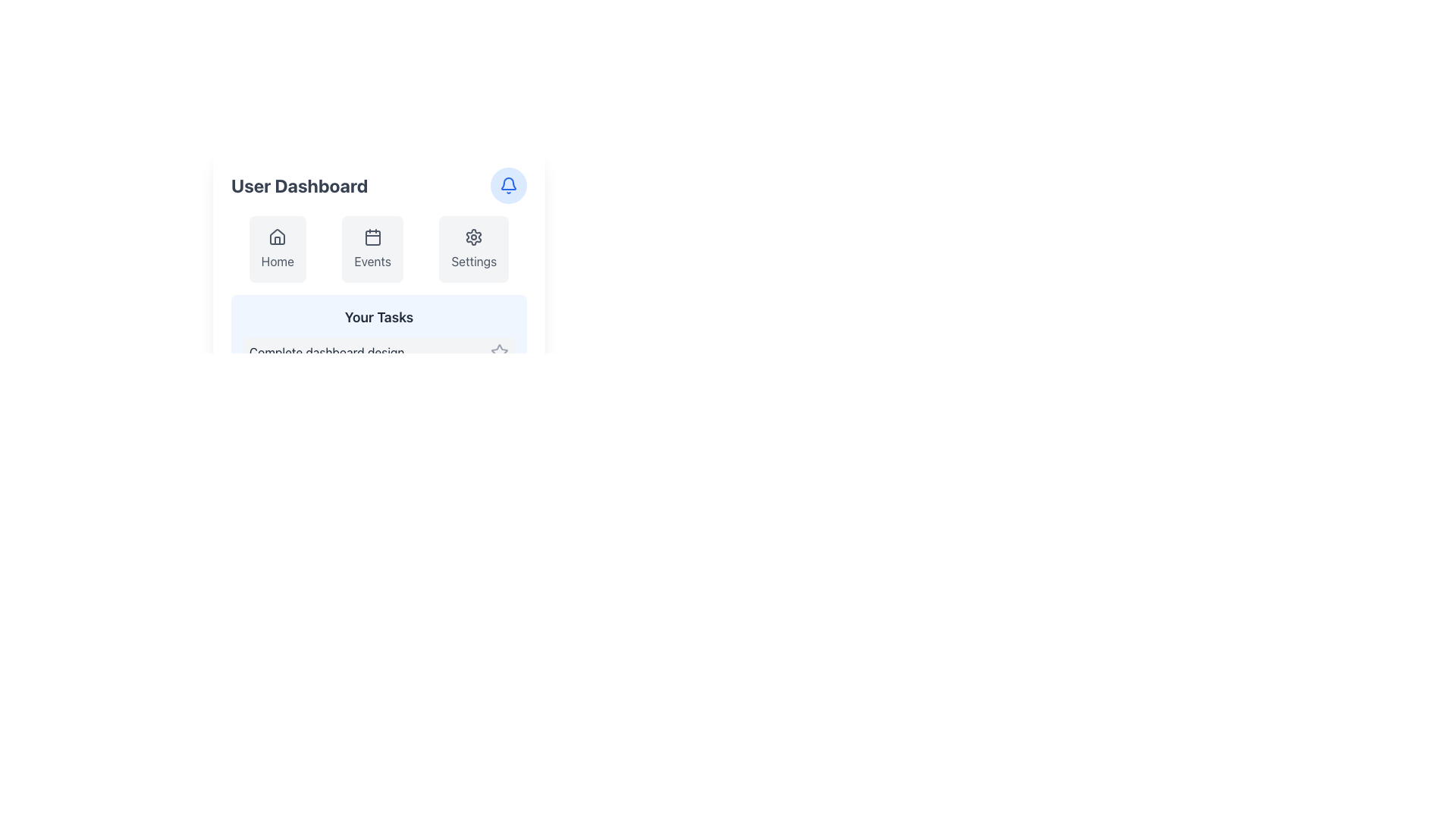 The image size is (1456, 819). Describe the element at coordinates (378, 336) in the screenshot. I see `title and content of the Informational Card displaying the task 'Complete dashboard design' located at the bottom of the 'User Dashboard'` at that location.